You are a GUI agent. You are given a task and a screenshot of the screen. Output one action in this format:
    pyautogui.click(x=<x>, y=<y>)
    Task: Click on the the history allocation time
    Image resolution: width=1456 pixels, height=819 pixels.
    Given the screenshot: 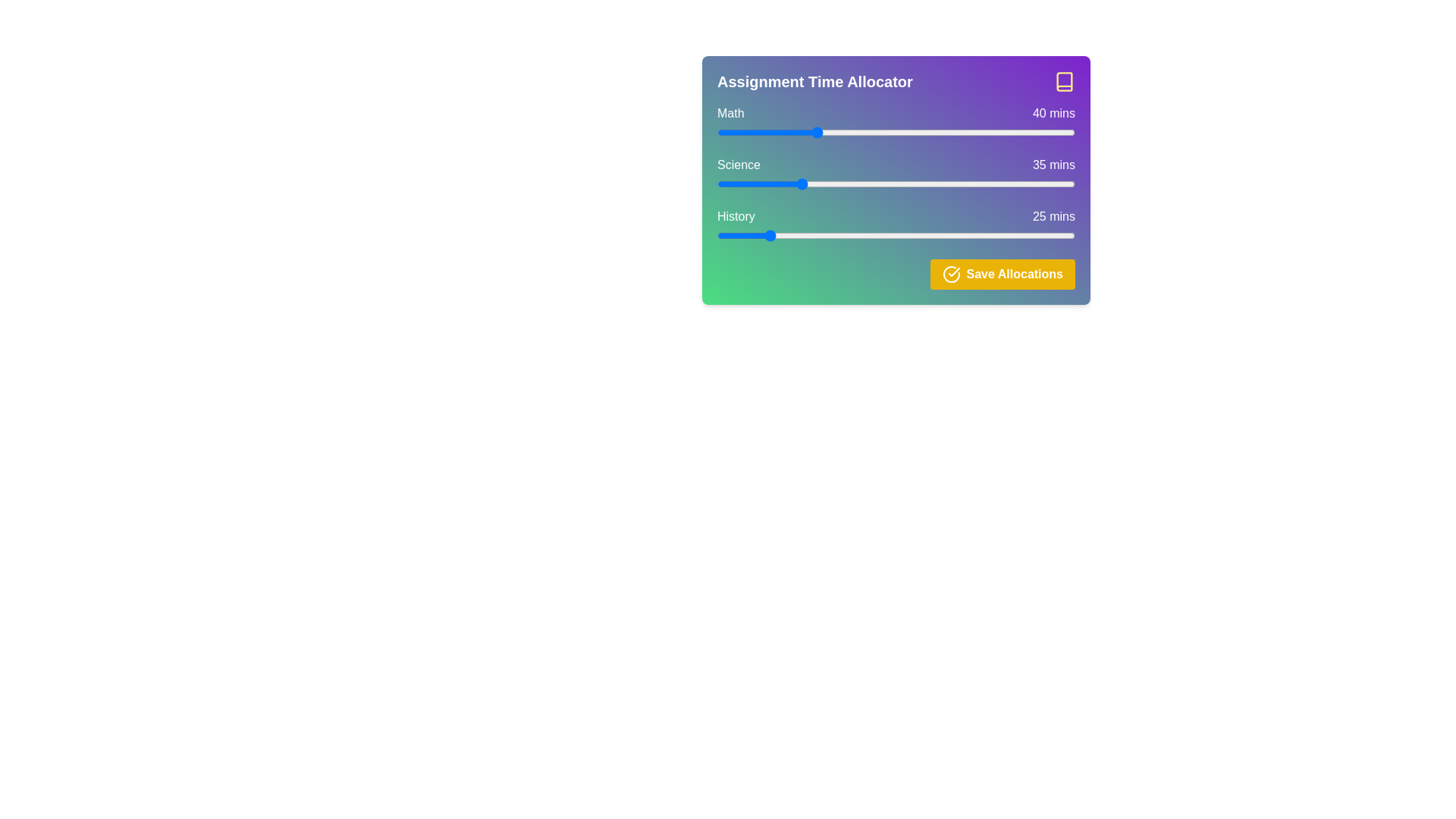 What is the action you would take?
    pyautogui.click(x=811, y=236)
    